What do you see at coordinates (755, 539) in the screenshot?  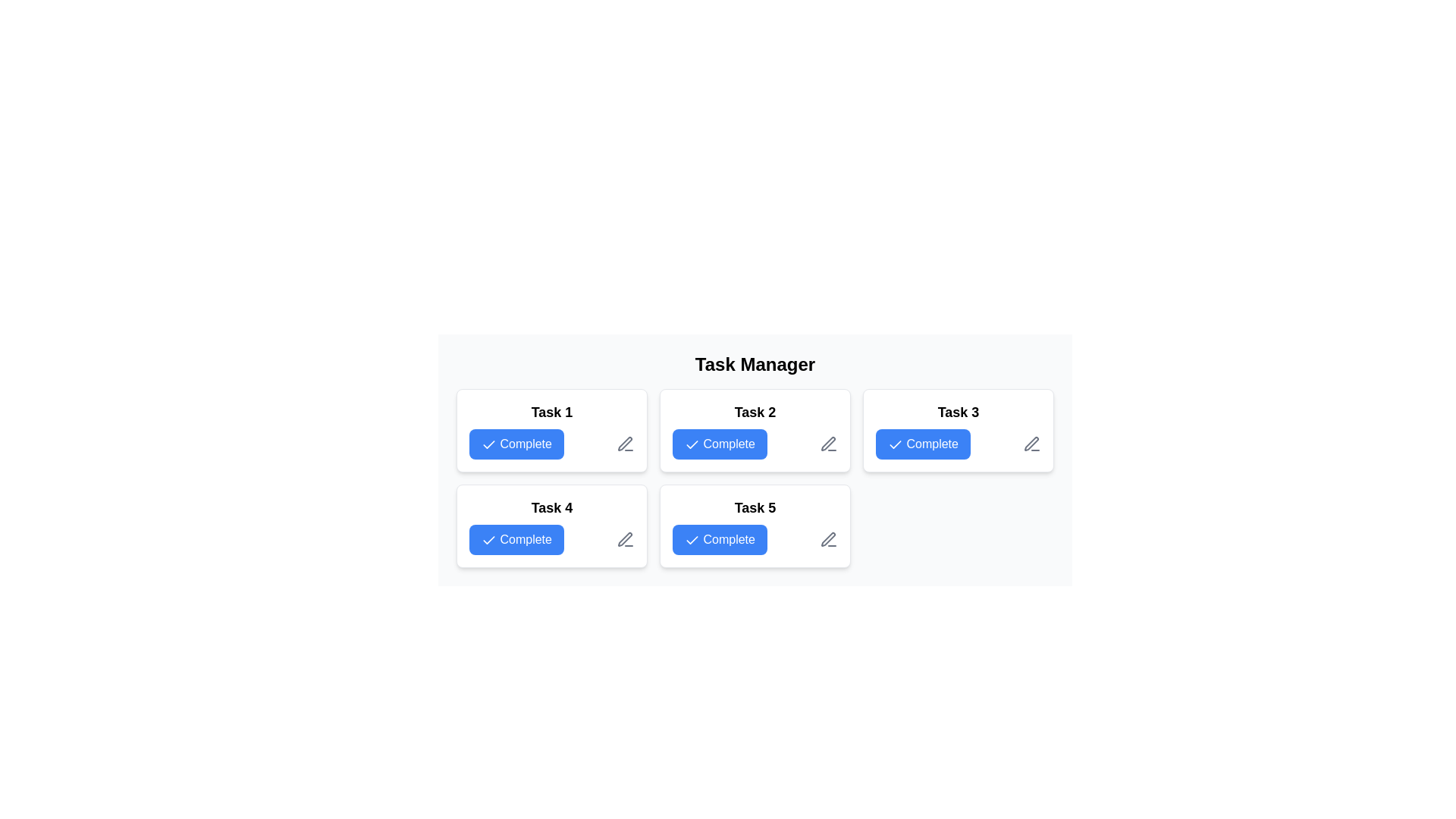 I see `the blue 'Complete' button with a white checkmark icon located in the 'Task 5' card` at bounding box center [755, 539].